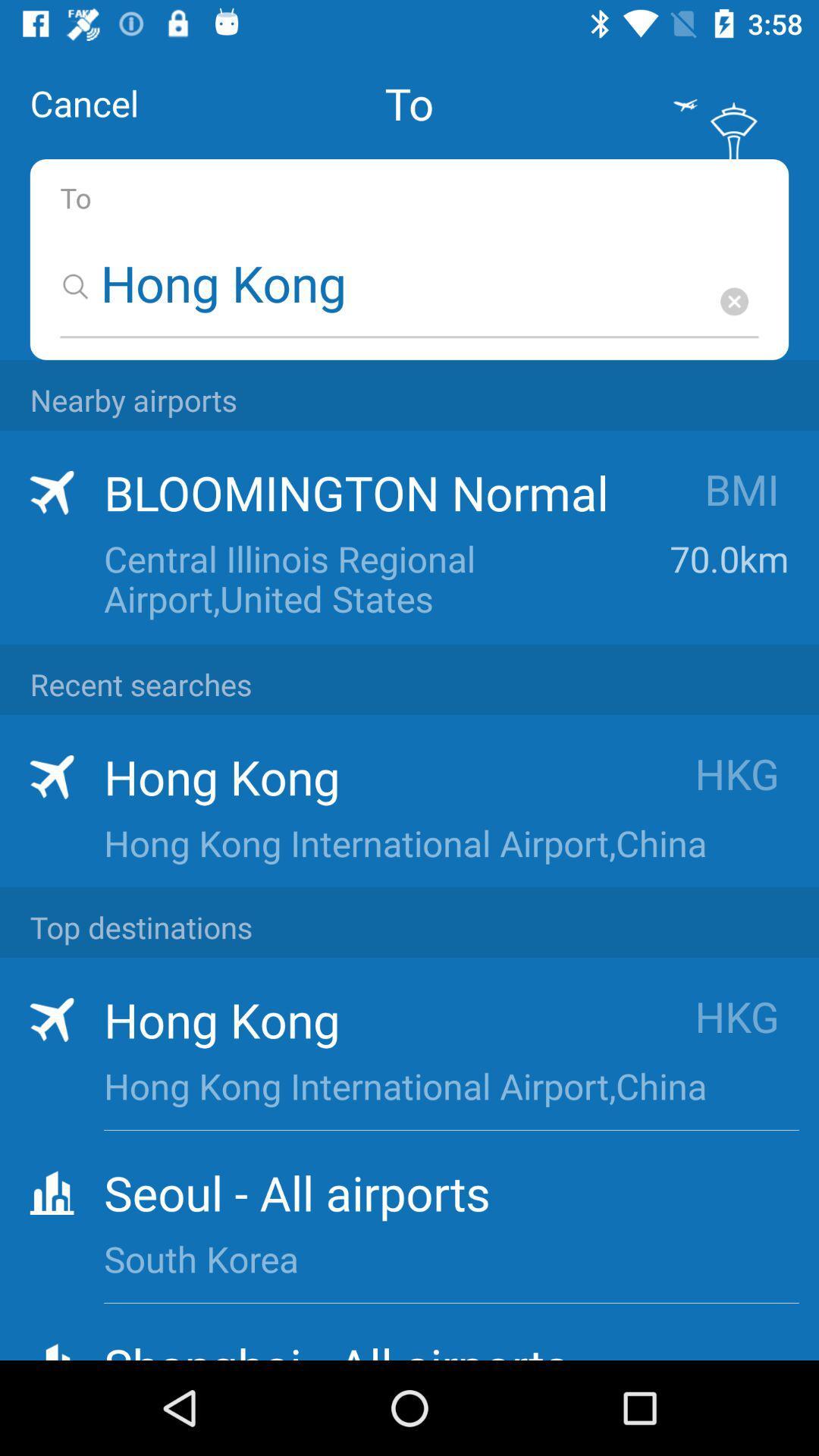 The image size is (819, 1456). What do you see at coordinates (84, 102) in the screenshot?
I see `cancel` at bounding box center [84, 102].